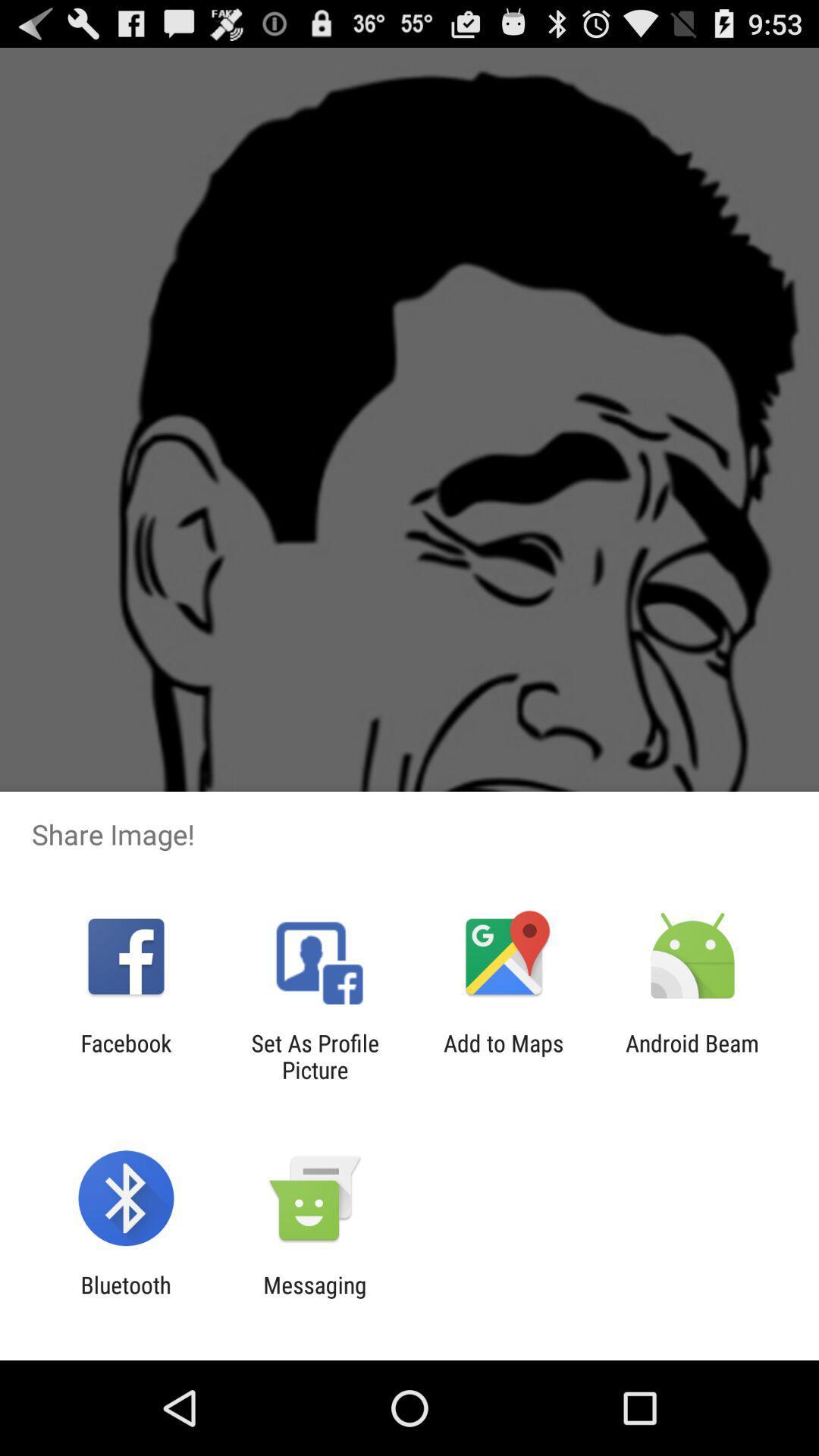 This screenshot has height=1456, width=819. What do you see at coordinates (125, 1056) in the screenshot?
I see `app to the left of set as profile` at bounding box center [125, 1056].